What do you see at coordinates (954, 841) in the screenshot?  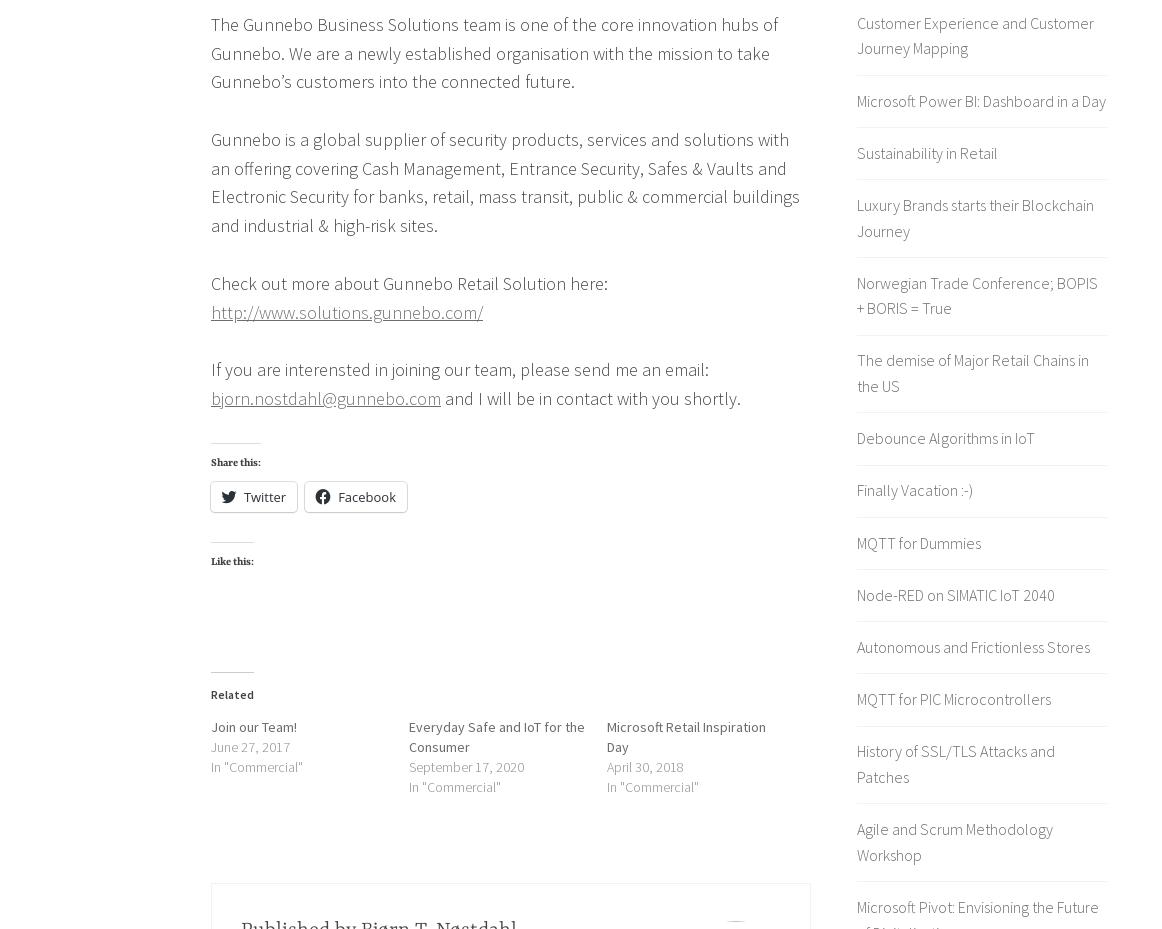 I see `'Agile and Scrum Methodology Workshop'` at bounding box center [954, 841].